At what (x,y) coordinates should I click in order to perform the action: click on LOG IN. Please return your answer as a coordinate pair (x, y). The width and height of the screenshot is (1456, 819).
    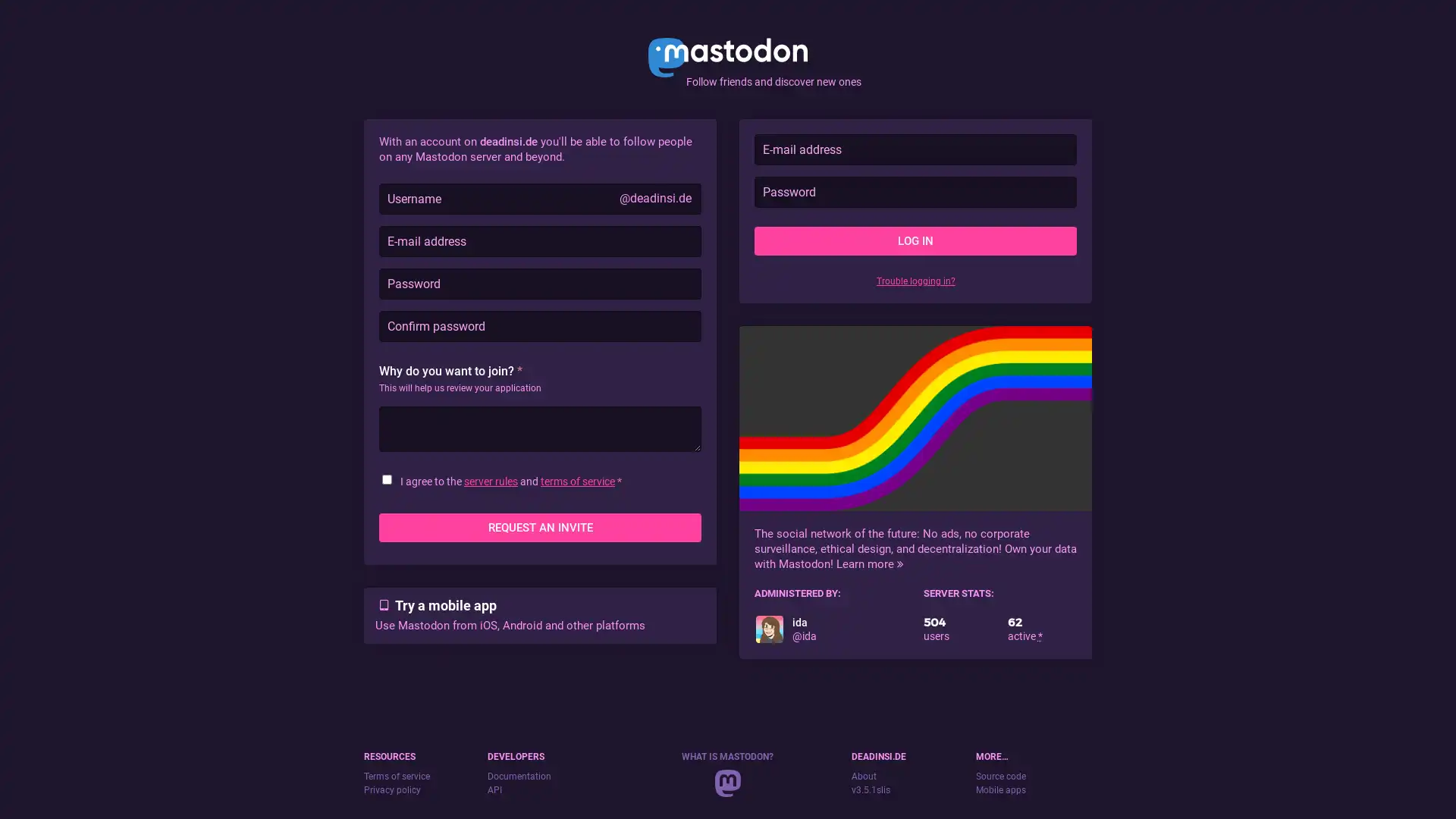
    Looking at the image, I should click on (915, 240).